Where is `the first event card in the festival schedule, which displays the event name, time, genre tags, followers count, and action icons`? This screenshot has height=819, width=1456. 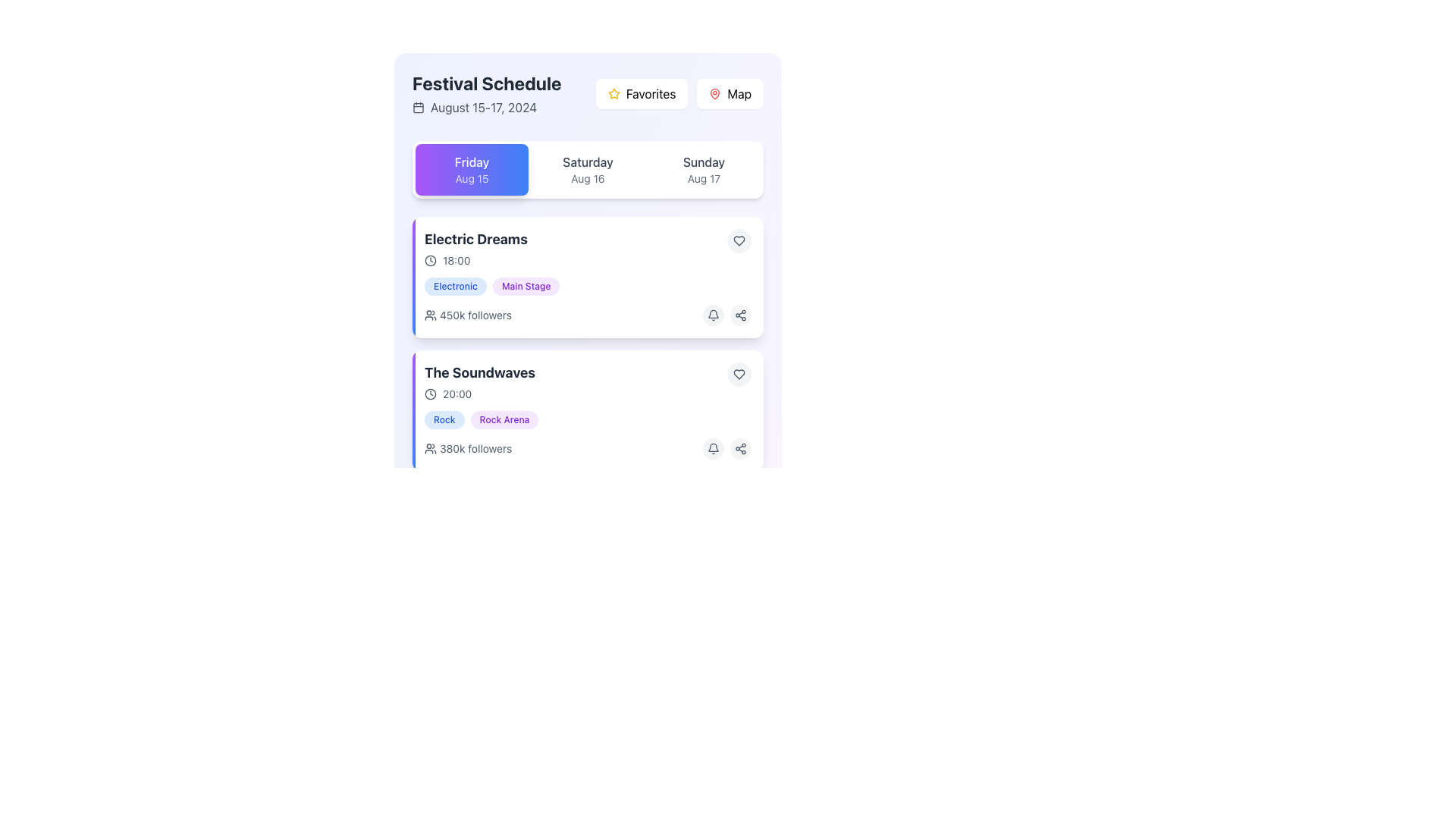
the first event card in the festival schedule, which displays the event name, time, genre tags, followers count, and action icons is located at coordinates (587, 278).